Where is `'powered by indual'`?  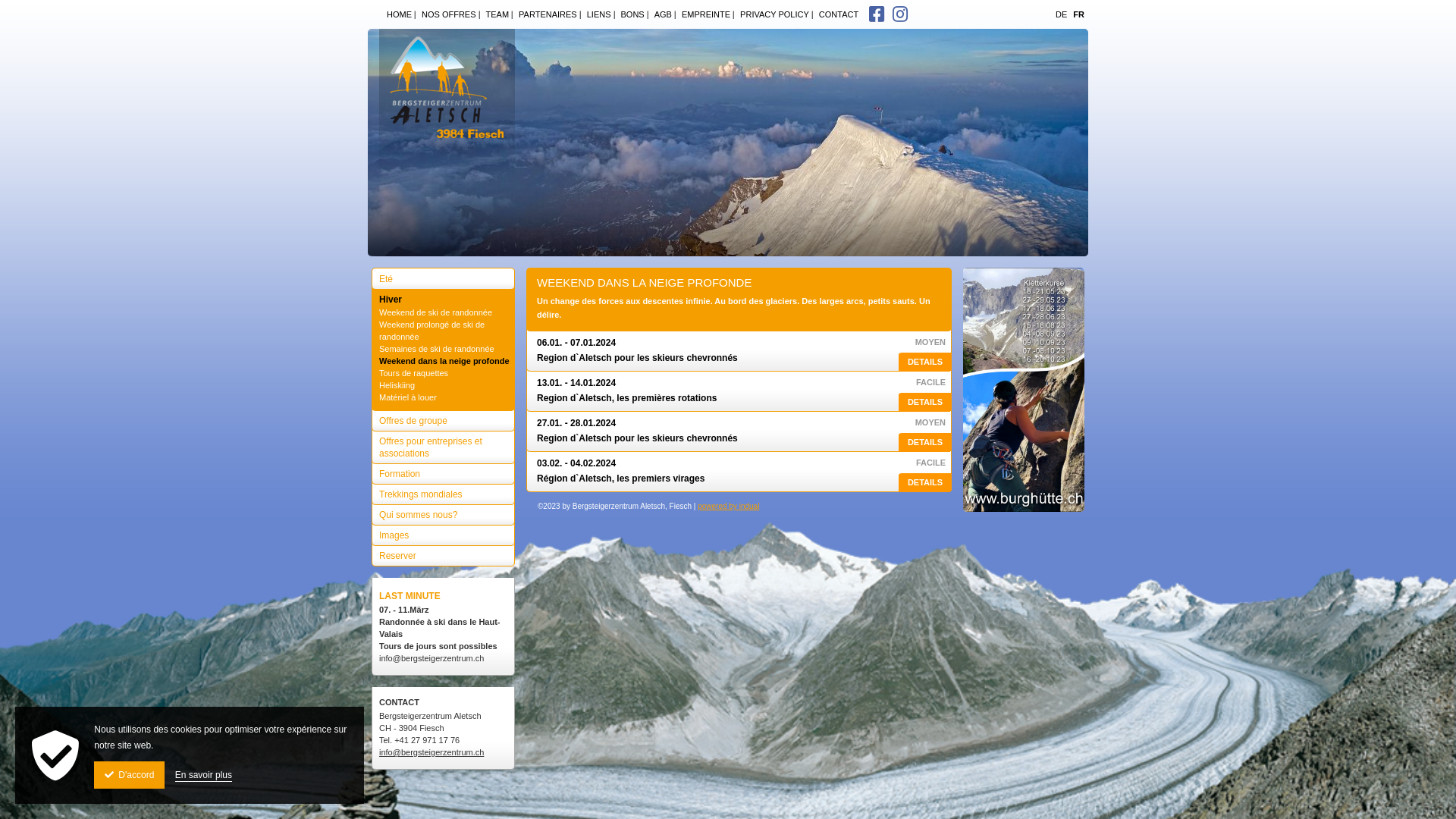
'powered by indual' is located at coordinates (728, 506).